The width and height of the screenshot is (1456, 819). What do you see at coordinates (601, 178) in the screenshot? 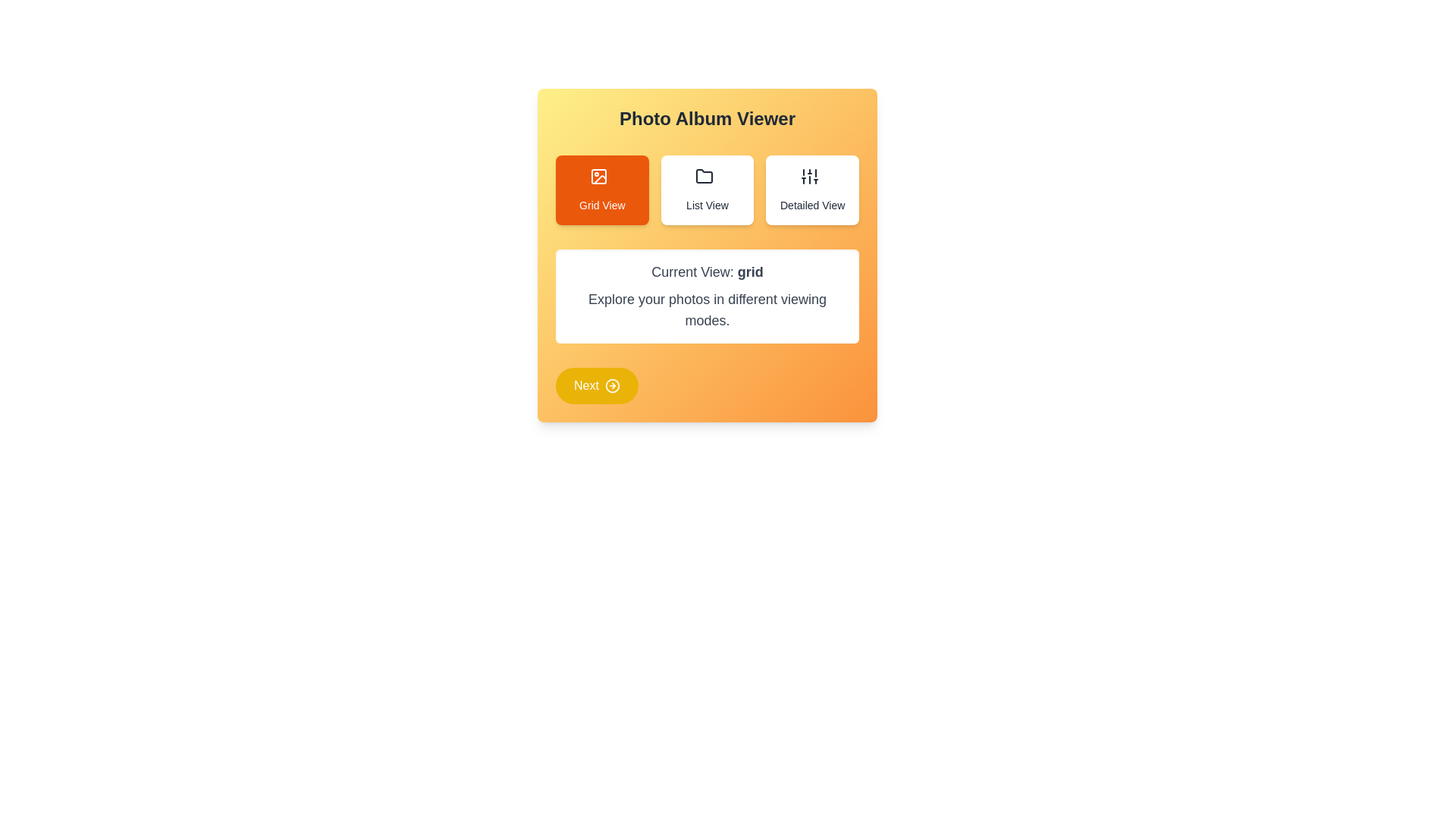
I see `the first square orange button with an image icon located under the 'Photo Album Viewer' heading` at bounding box center [601, 178].